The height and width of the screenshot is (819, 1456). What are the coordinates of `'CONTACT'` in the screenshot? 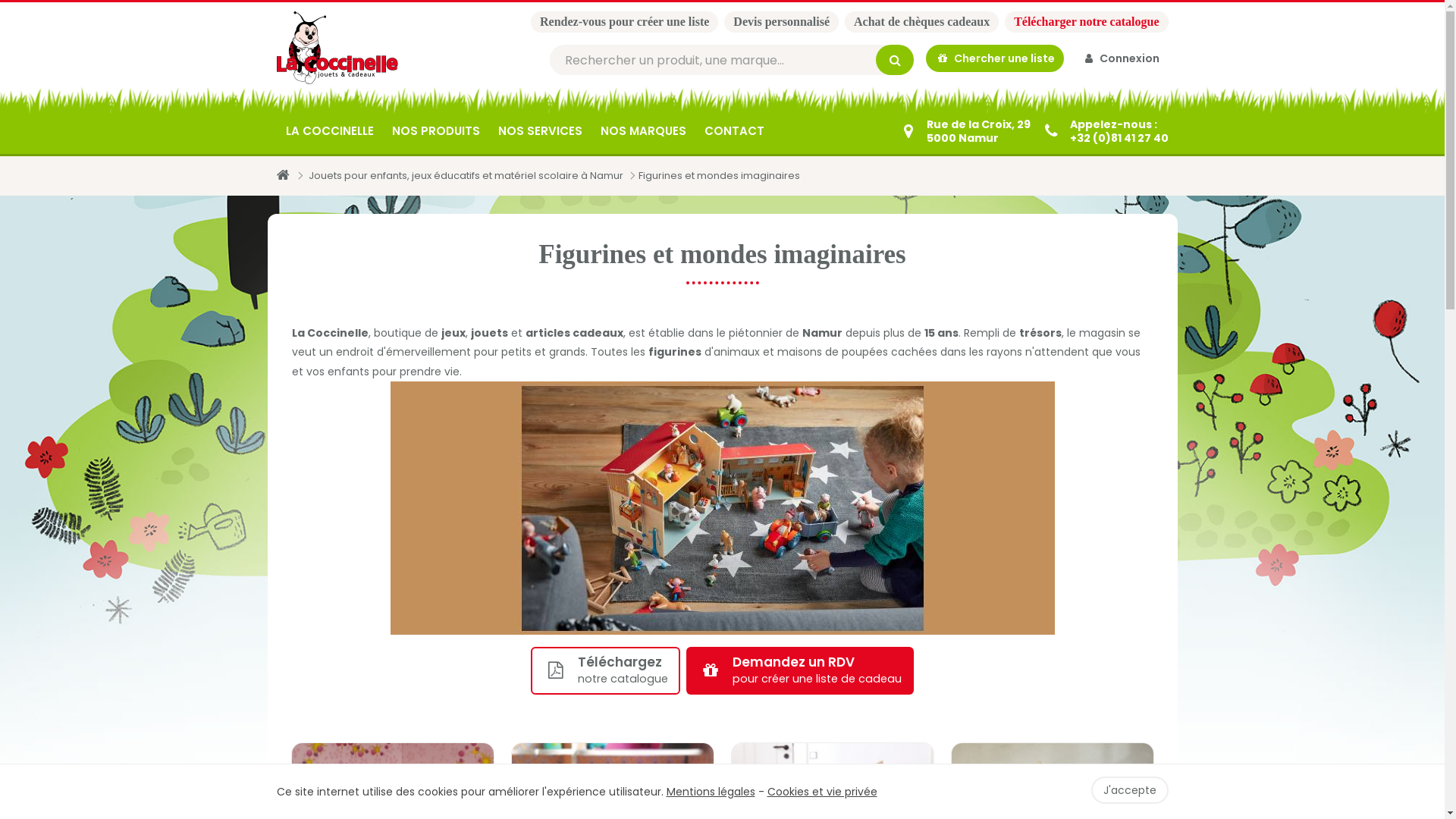 It's located at (733, 130).